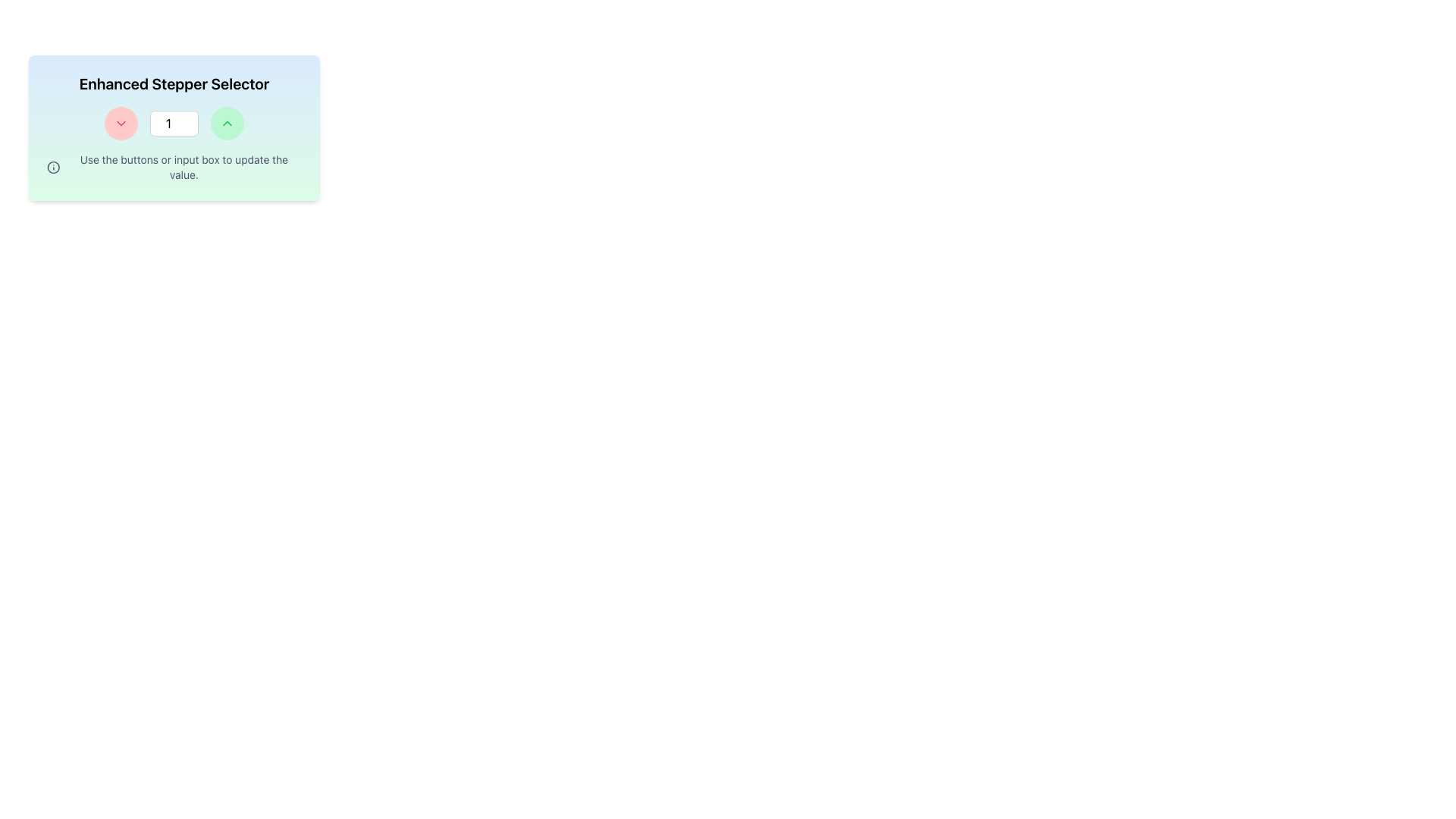  What do you see at coordinates (226, 122) in the screenshot?
I see `the circular button with a light green background and an upward-pointing chevron icon to increase the value` at bounding box center [226, 122].